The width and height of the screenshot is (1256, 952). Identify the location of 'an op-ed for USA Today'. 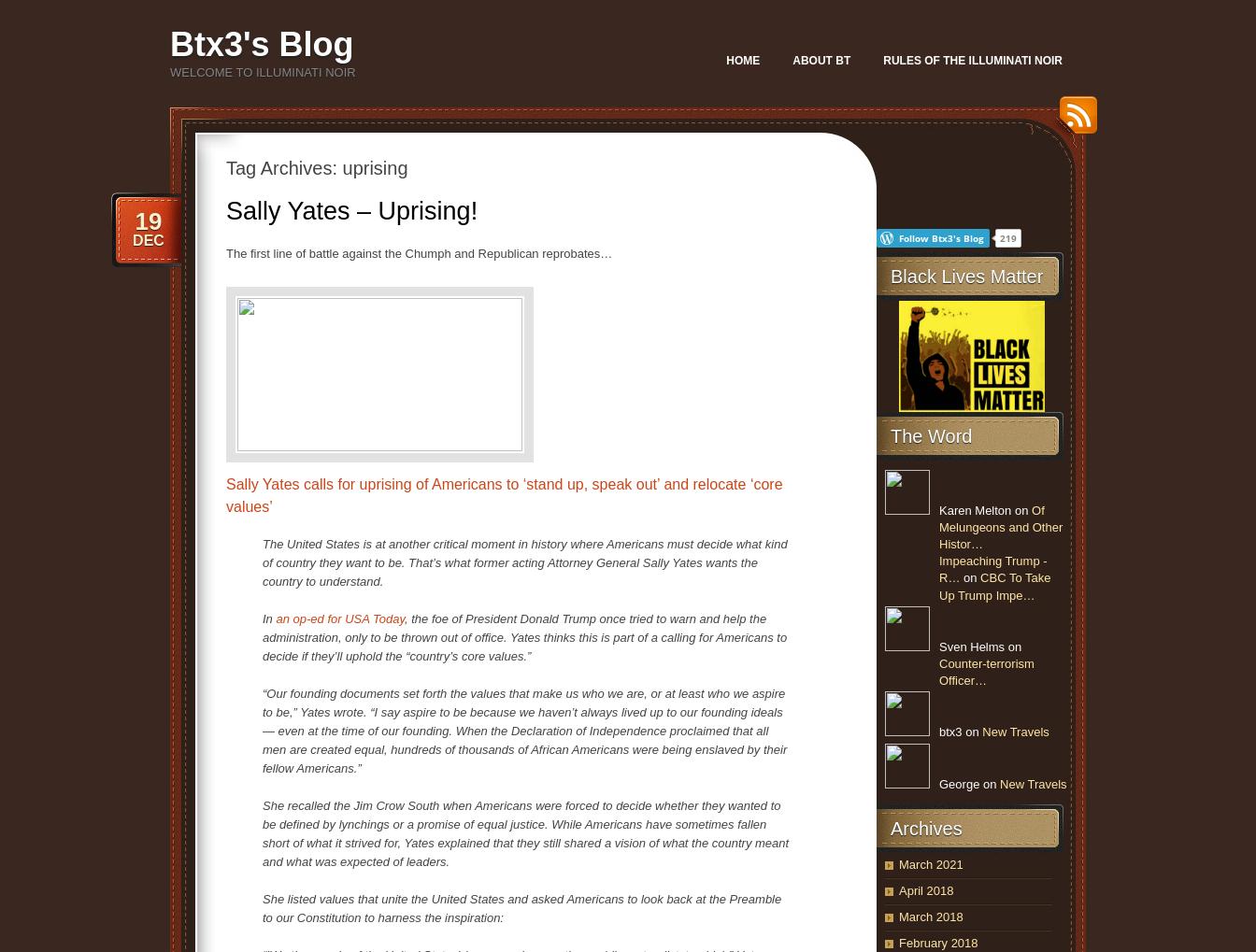
(339, 618).